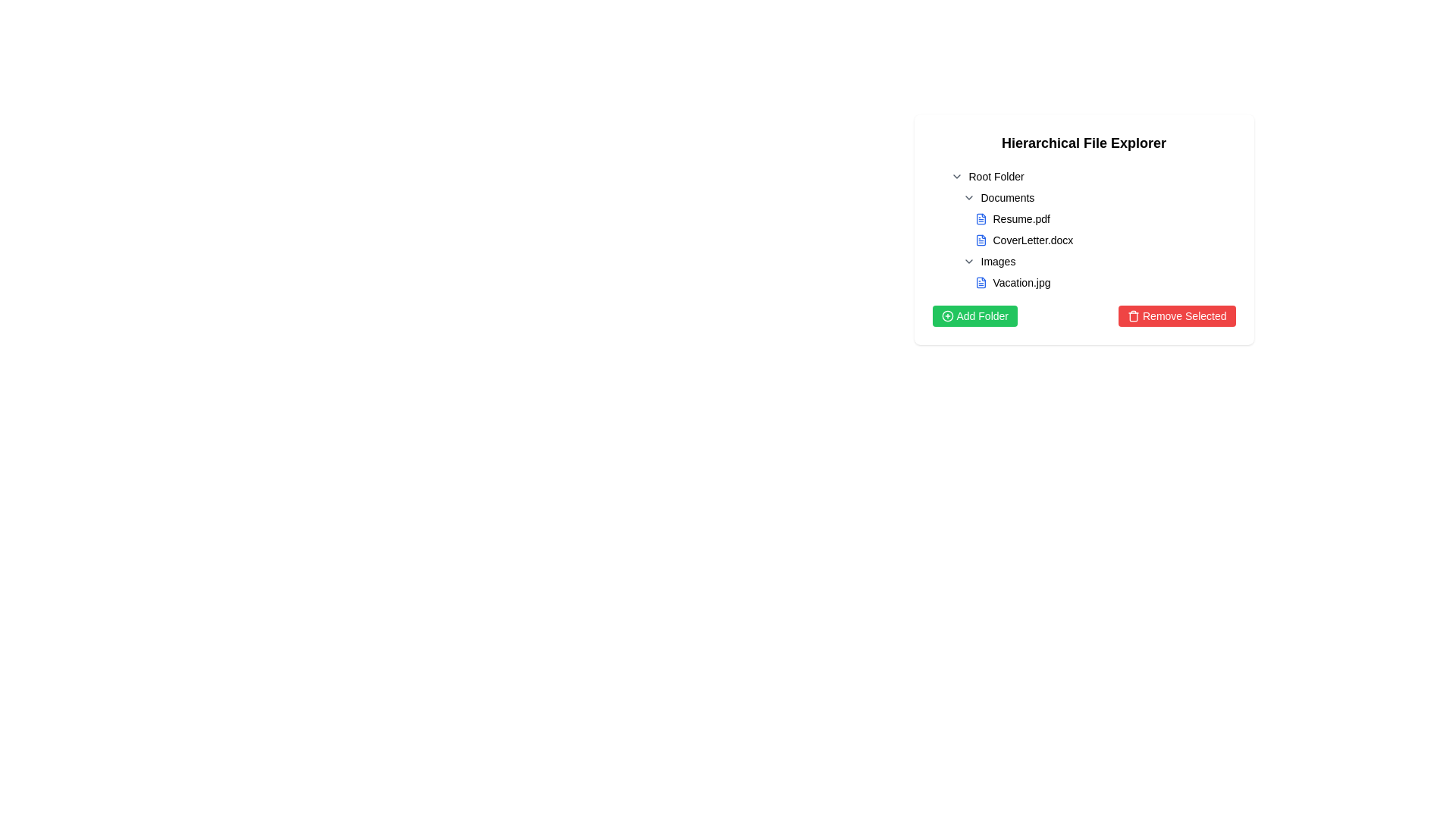 This screenshot has width=1456, height=819. I want to click on the 'Root Folder' text label in the file explorer, which identifies the root directory and is located to the right of a chevron-down icon, so click(996, 175).